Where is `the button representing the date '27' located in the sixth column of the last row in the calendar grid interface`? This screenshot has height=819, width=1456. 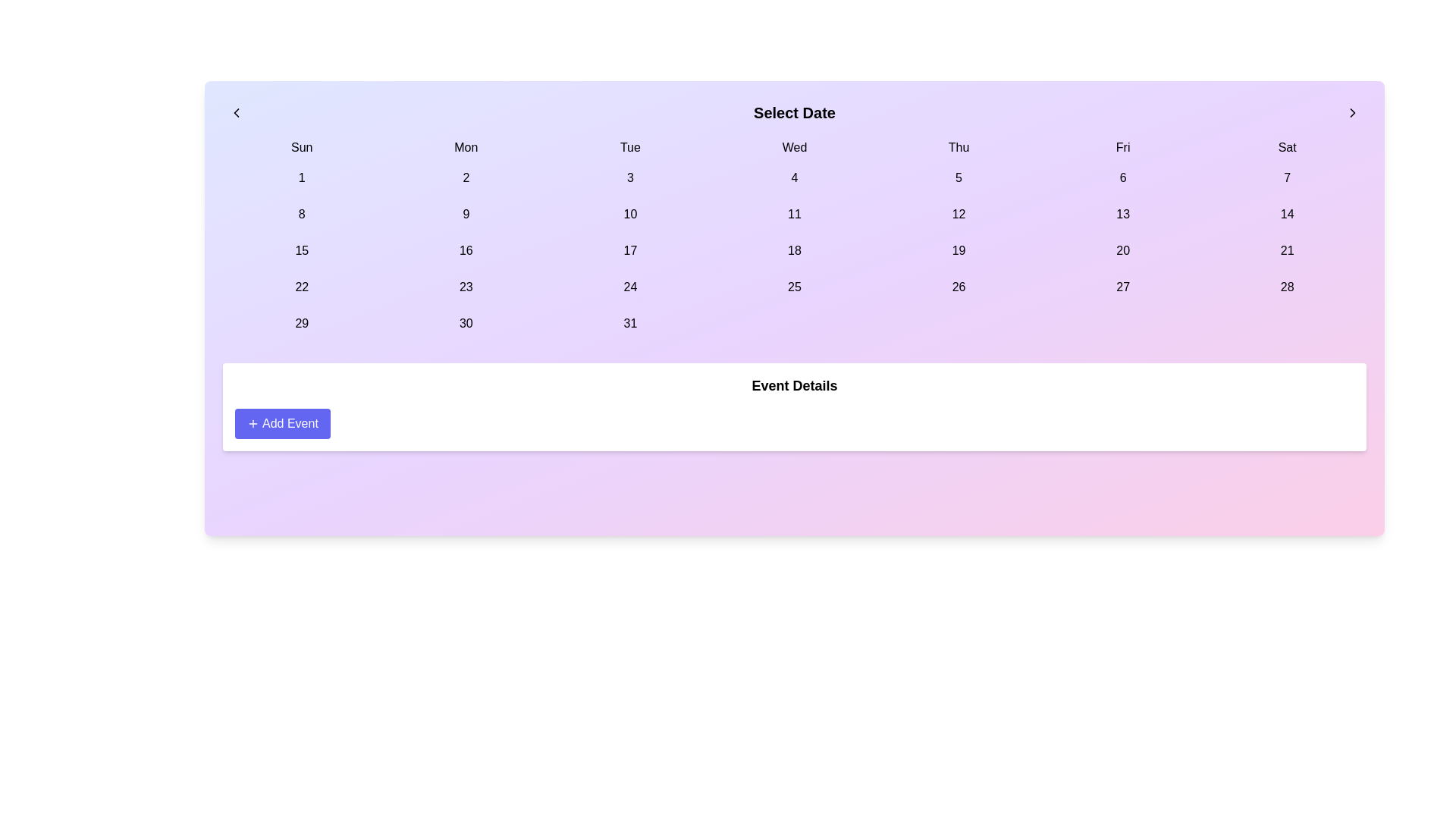 the button representing the date '27' located in the sixth column of the last row in the calendar grid interface is located at coordinates (1123, 287).